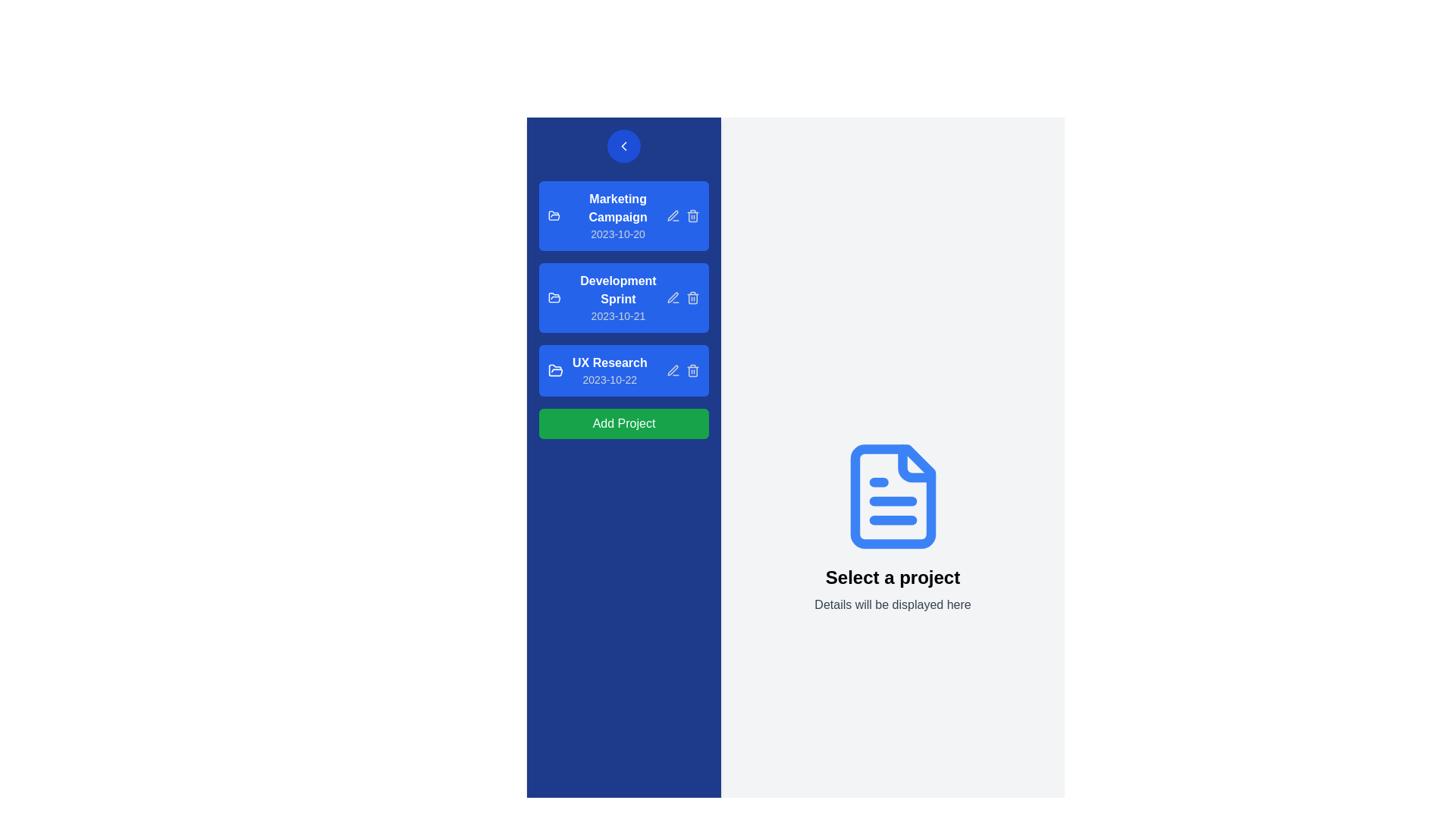  I want to click on the text block that reads 'Details will be displayed here,' which is styled with a gray font color and positioned below the bold text 'Select a project.', so click(893, 604).